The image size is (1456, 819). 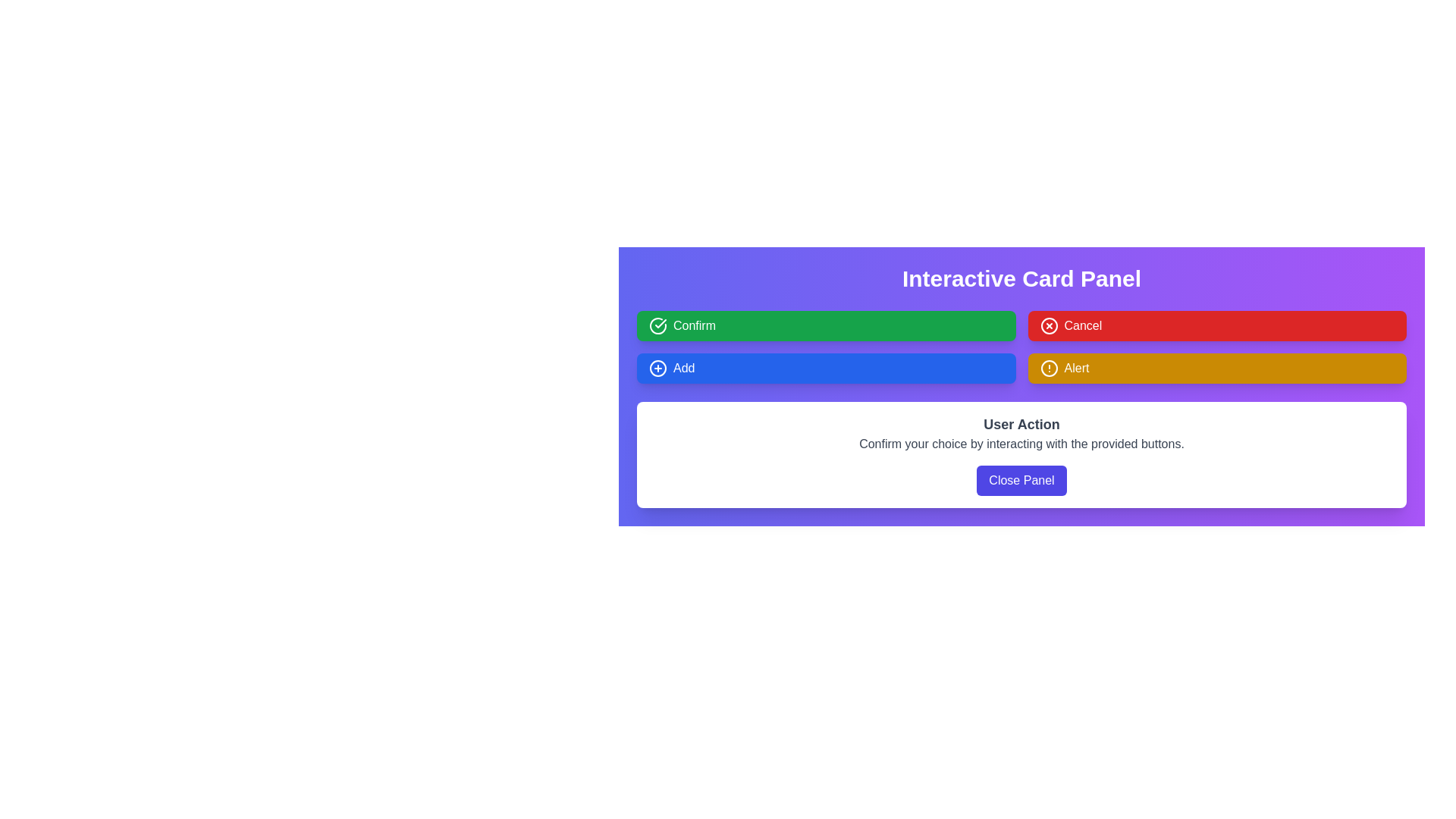 I want to click on the cancel button located in the second column of the top row of the button grid to provide visual feedback, so click(x=1217, y=325).